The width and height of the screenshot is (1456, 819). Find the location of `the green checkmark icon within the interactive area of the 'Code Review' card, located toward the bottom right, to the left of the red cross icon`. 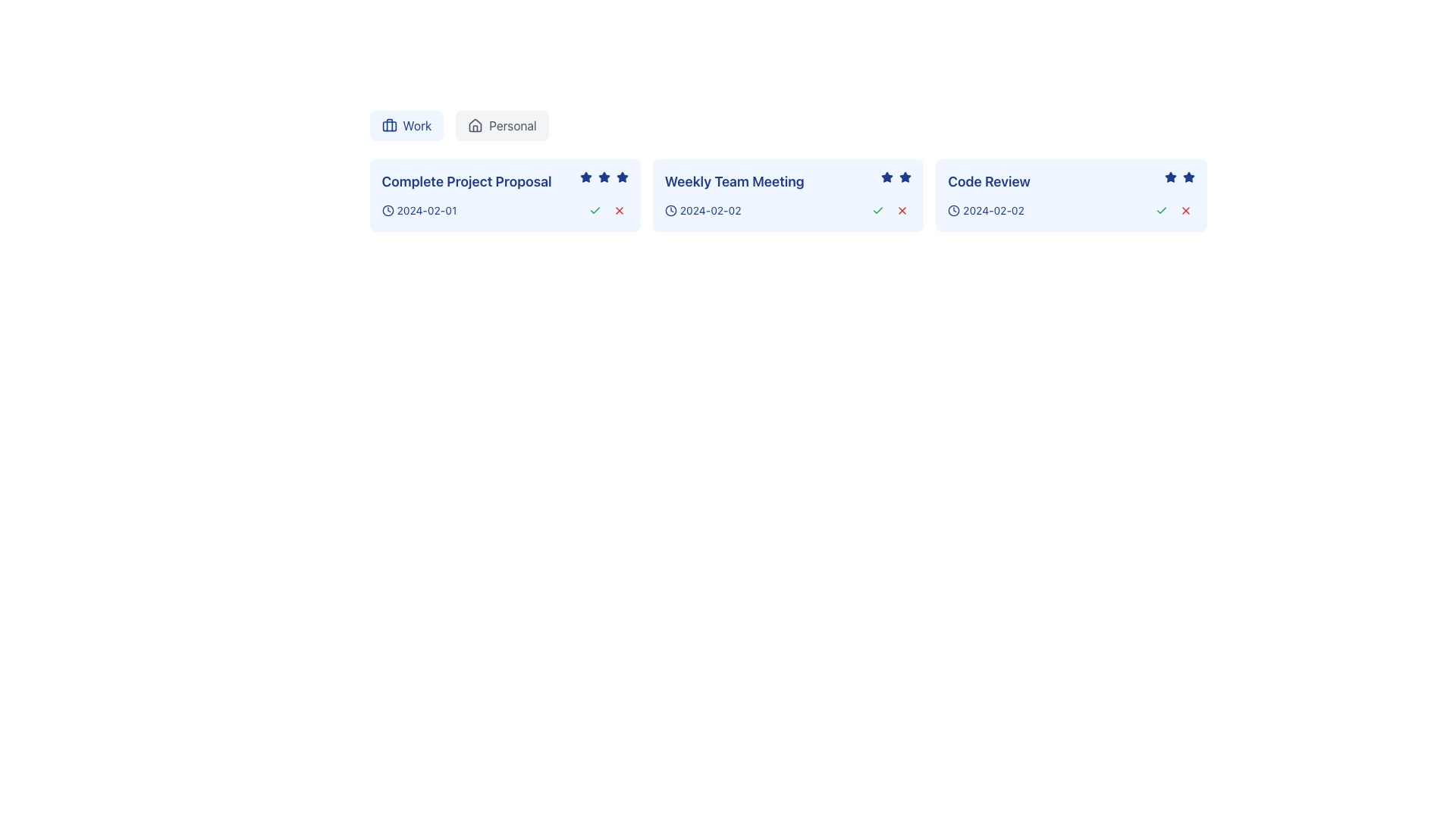

the green checkmark icon within the interactive area of the 'Code Review' card, located toward the bottom right, to the left of the red cross icon is located at coordinates (1160, 210).